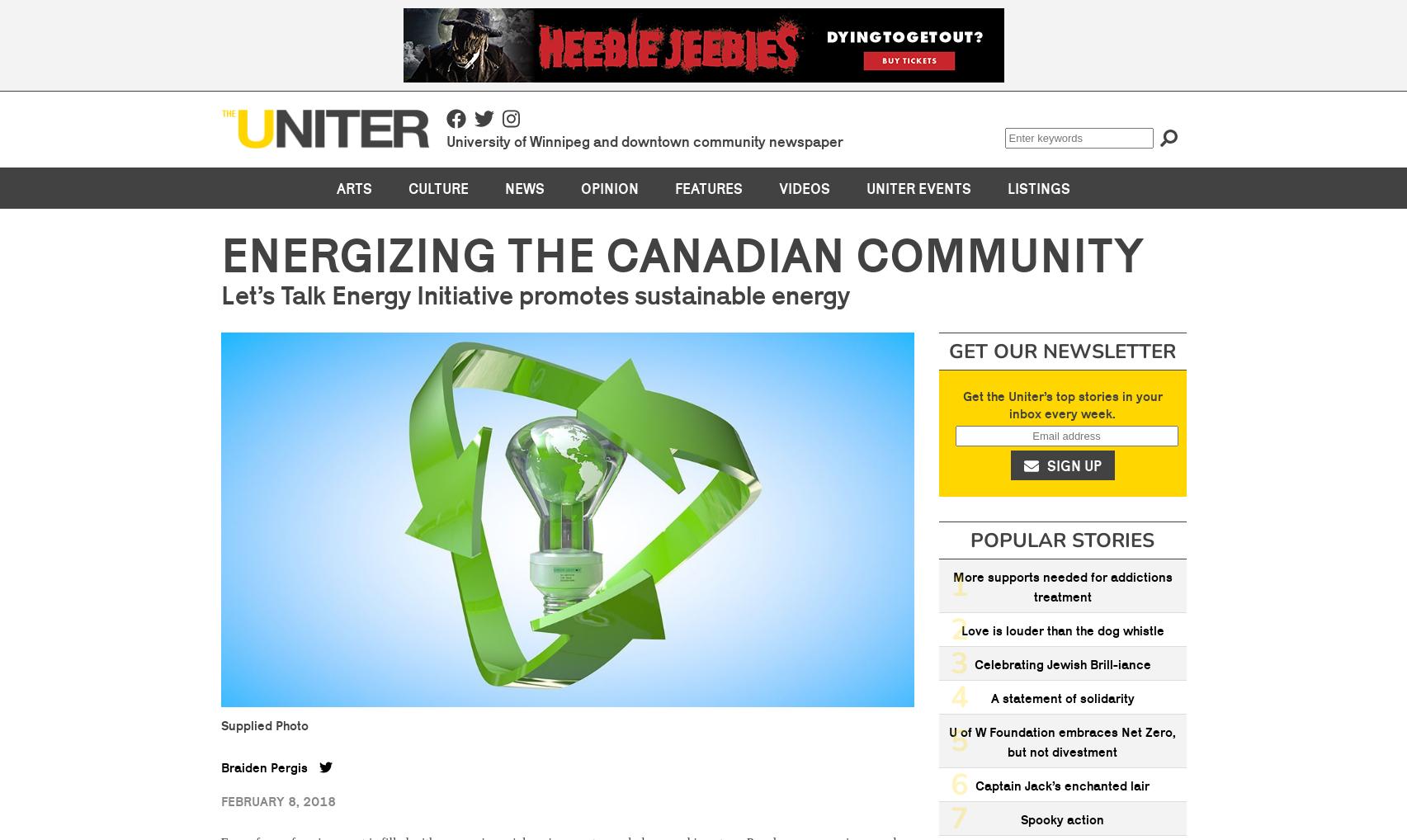  I want to click on 'Uniter Events', so click(918, 186).